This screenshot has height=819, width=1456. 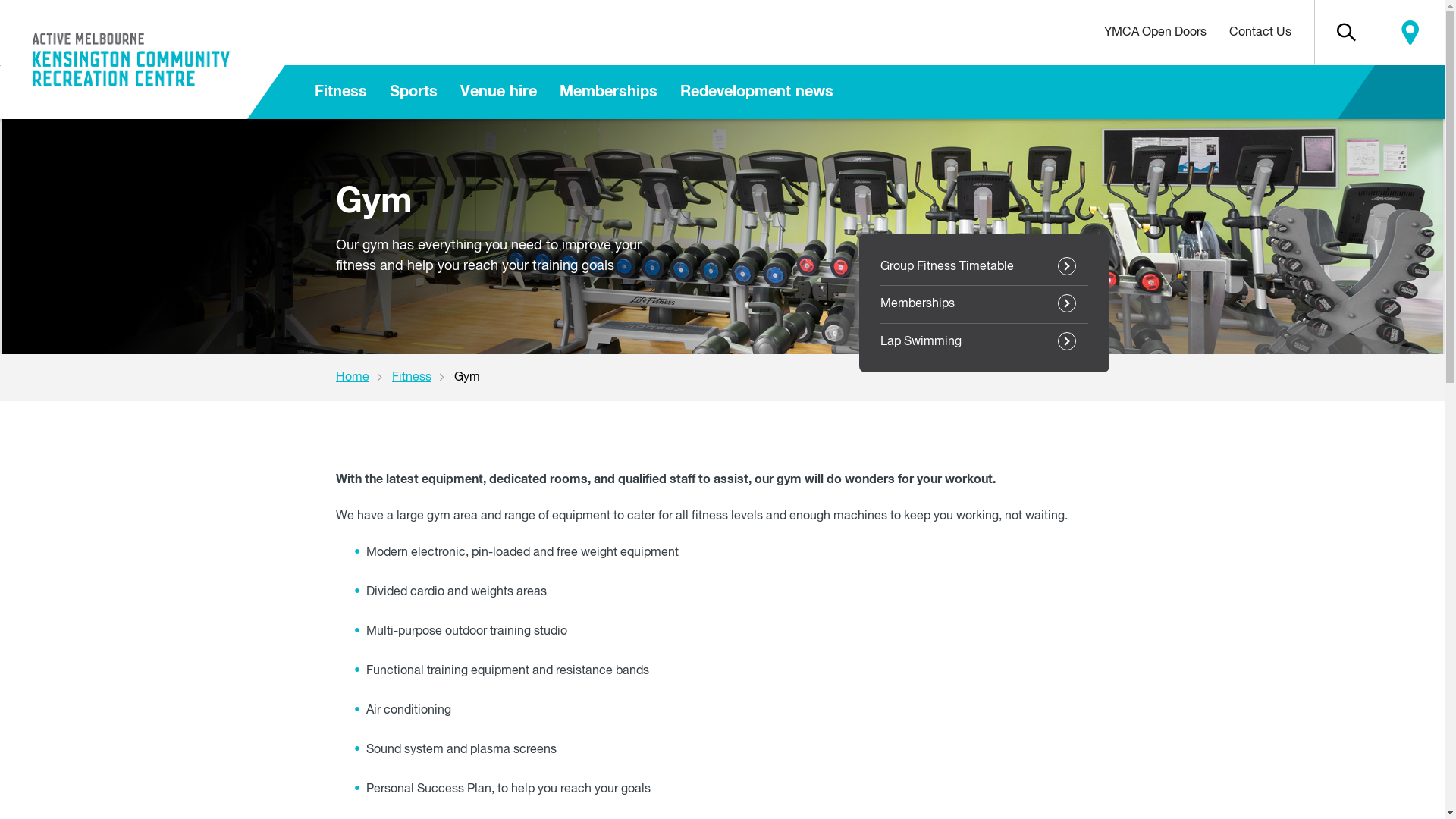 I want to click on 'Memberships', so click(x=880, y=304).